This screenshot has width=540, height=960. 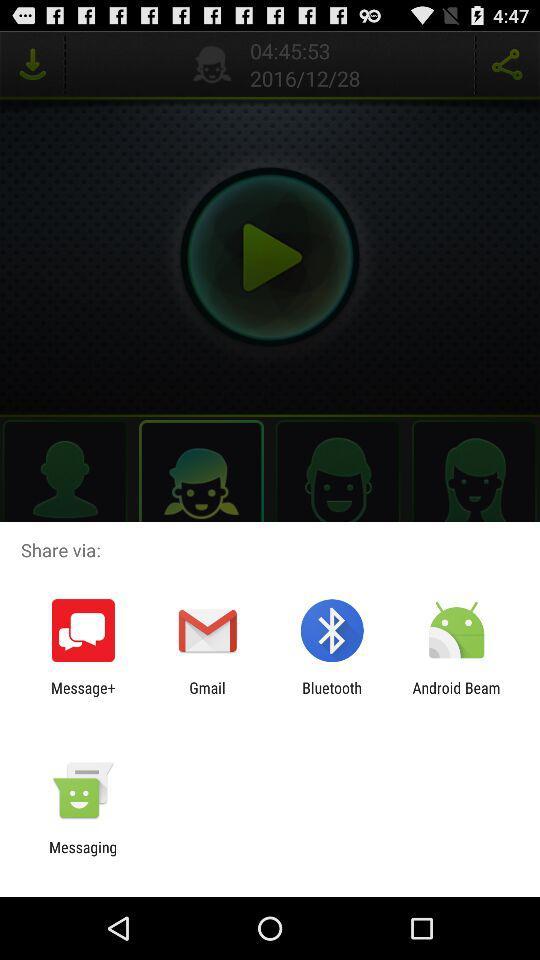 I want to click on the item to the left of the android beam icon, so click(x=332, y=696).